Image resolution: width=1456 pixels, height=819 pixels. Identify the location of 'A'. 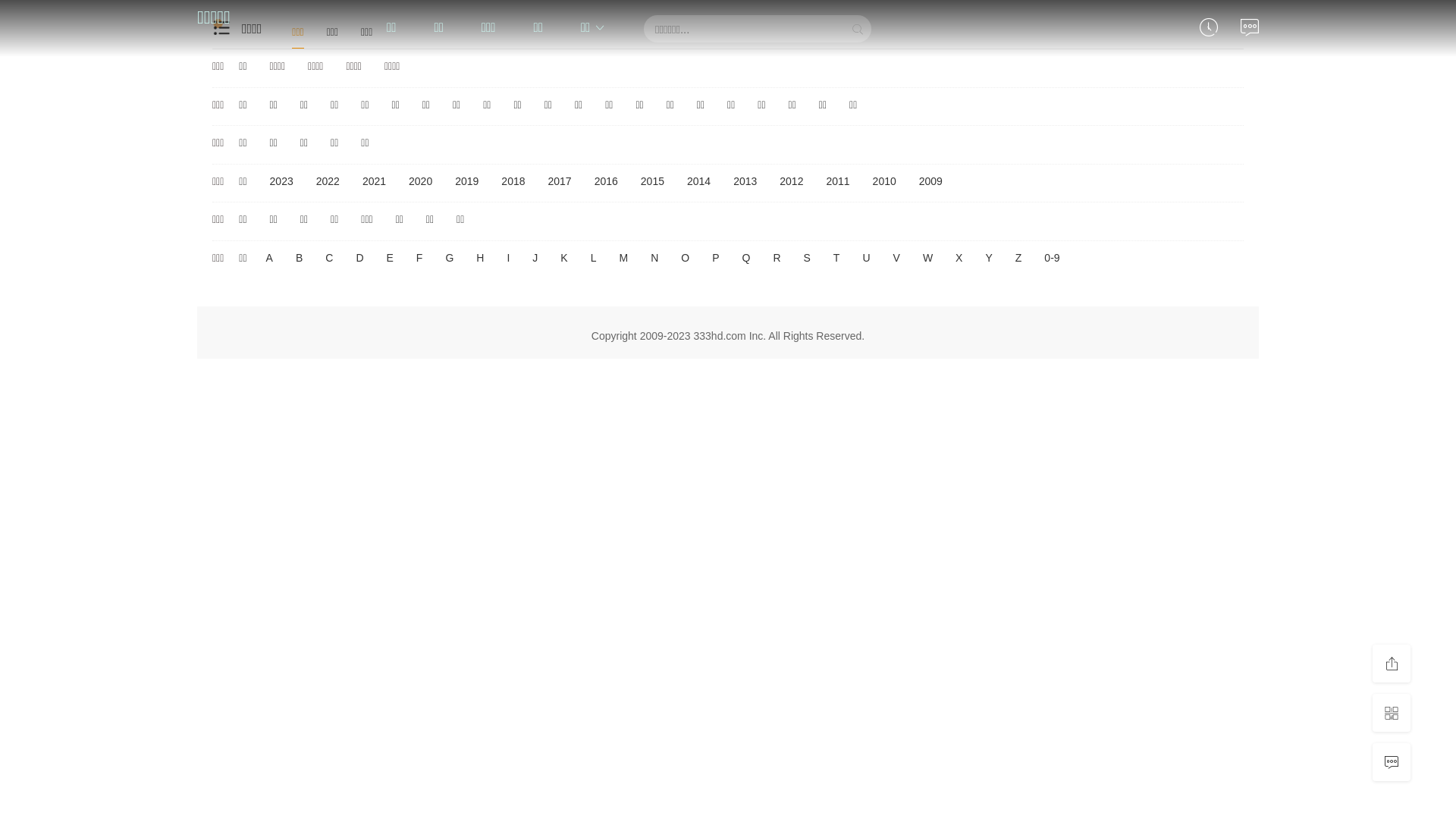
(269, 257).